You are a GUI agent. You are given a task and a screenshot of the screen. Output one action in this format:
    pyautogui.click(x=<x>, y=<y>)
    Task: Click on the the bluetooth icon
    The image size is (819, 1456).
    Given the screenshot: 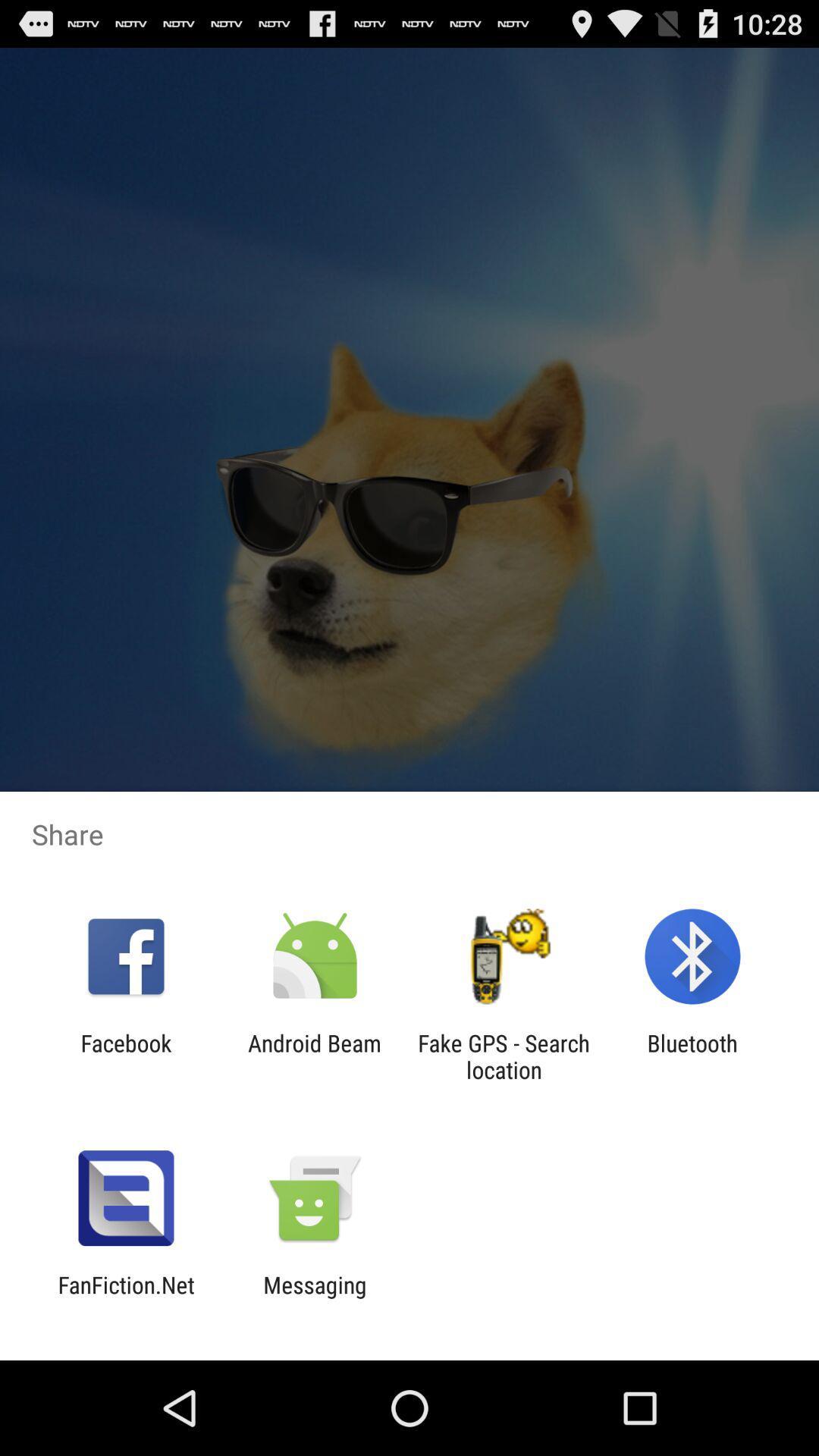 What is the action you would take?
    pyautogui.click(x=692, y=1056)
    